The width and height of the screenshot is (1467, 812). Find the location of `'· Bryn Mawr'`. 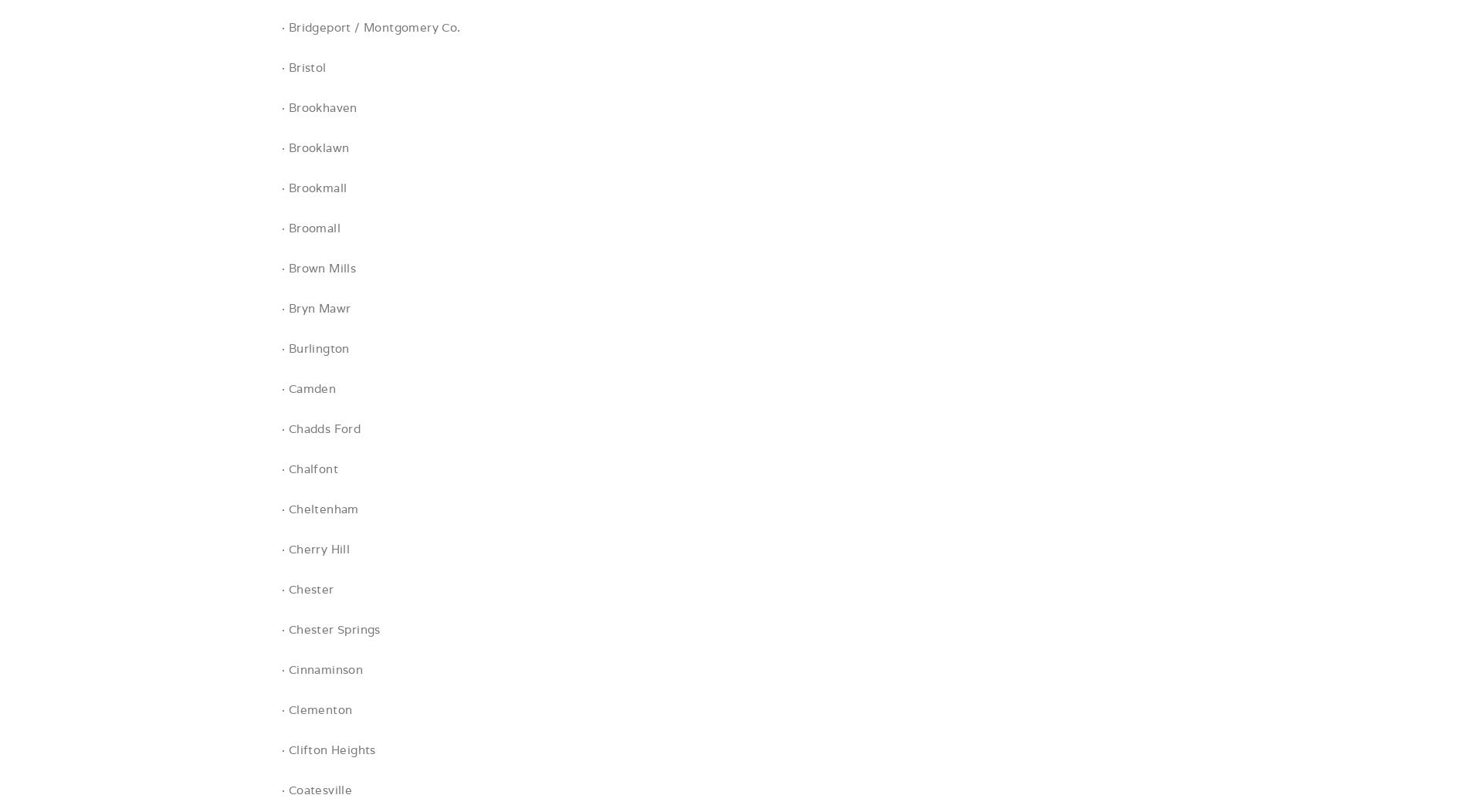

'· Bryn Mawr' is located at coordinates (315, 307).